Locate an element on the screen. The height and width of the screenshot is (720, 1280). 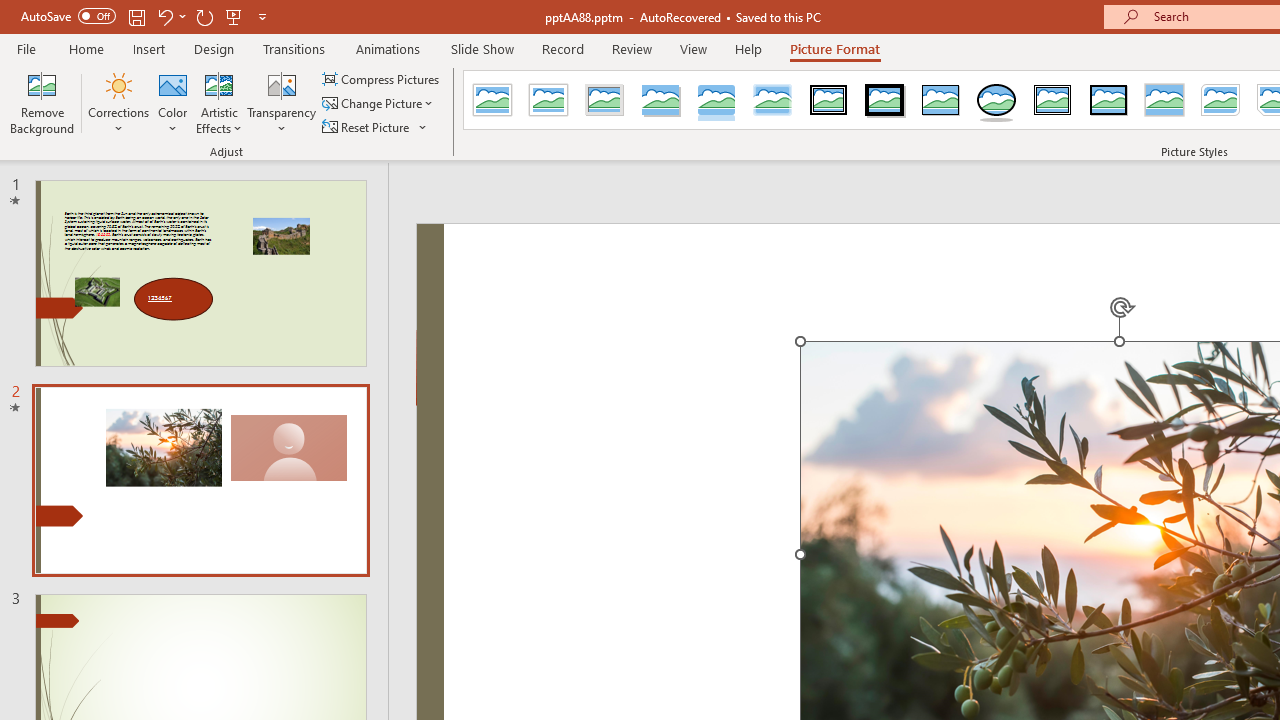
'Thick Matte, Black' is located at coordinates (884, 100).